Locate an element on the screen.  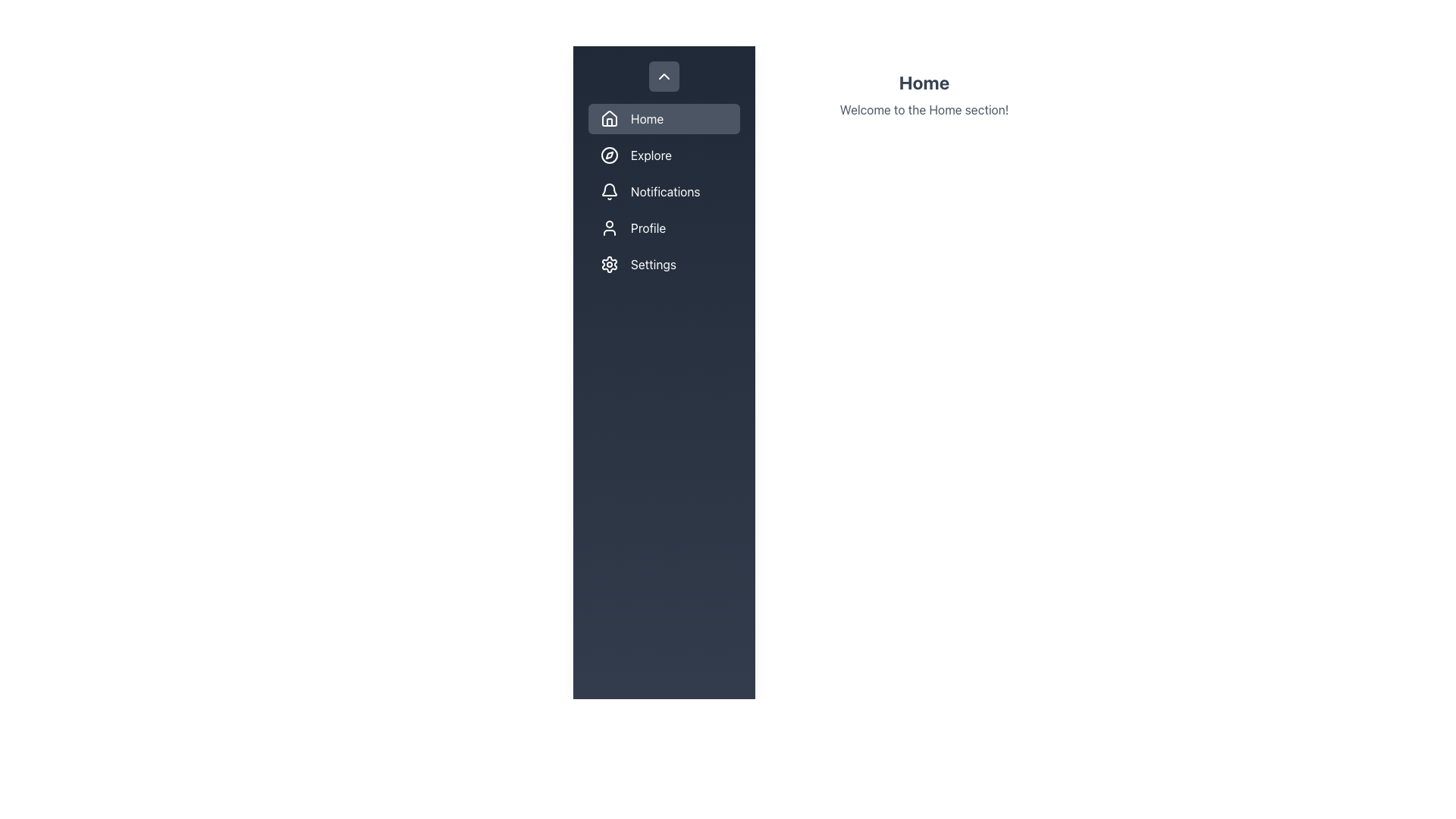
label for the 'Notifications' menu item, which is the third item in the left-side navigation menu, positioned to the right of a bell icon is located at coordinates (665, 191).